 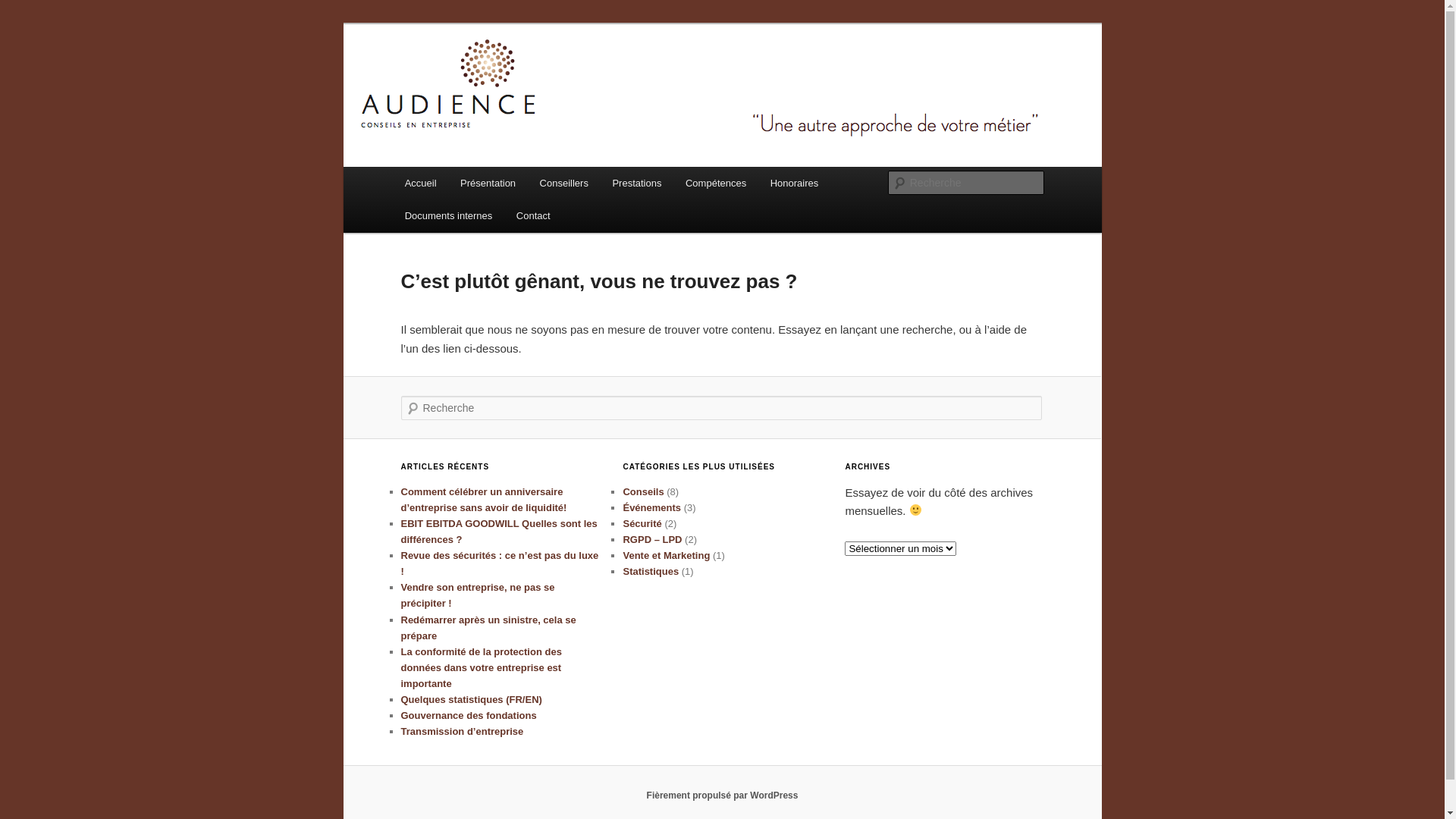 What do you see at coordinates (563, 182) in the screenshot?
I see `'Conseillers'` at bounding box center [563, 182].